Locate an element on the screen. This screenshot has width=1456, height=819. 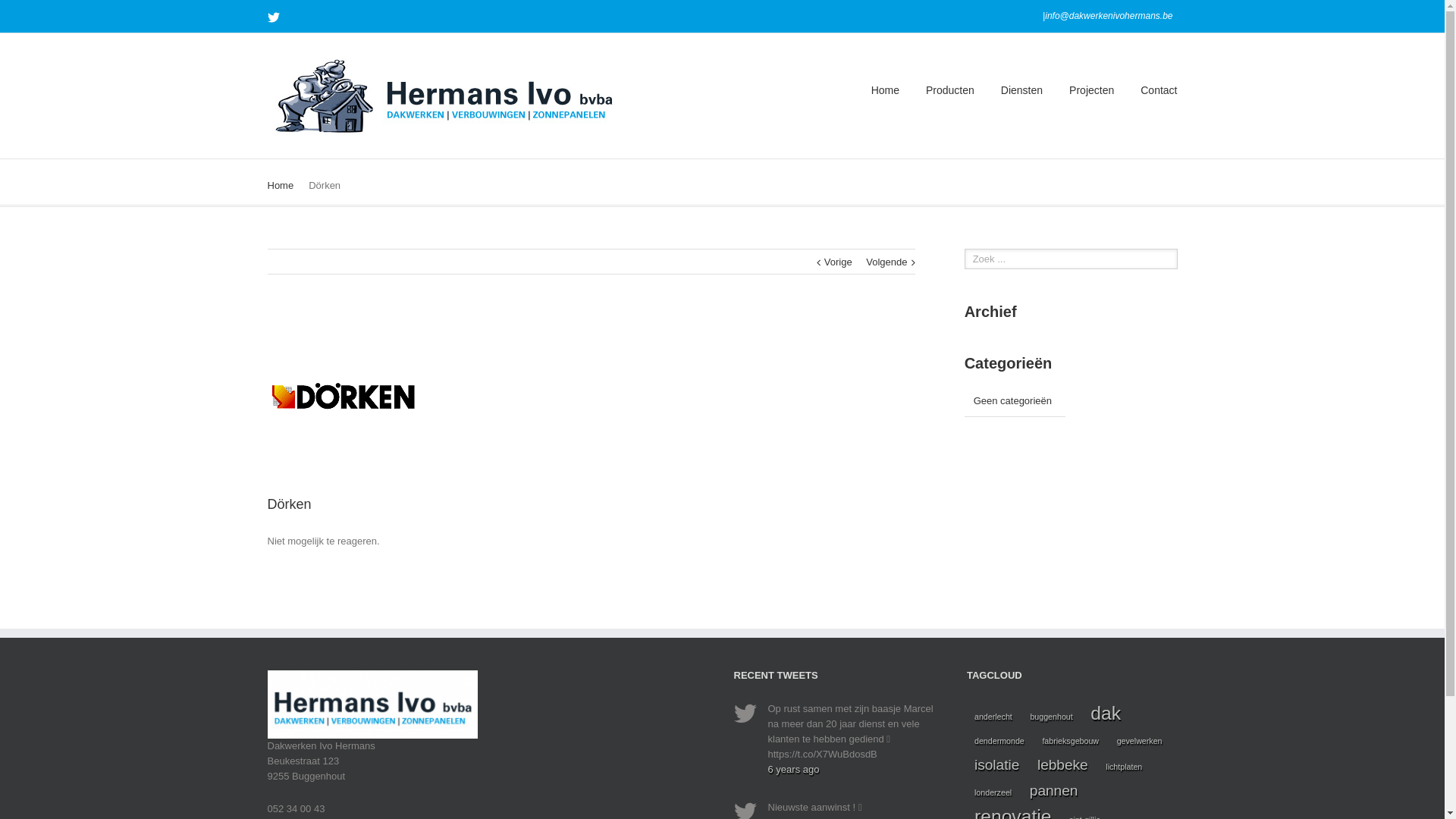
'Vorige' is located at coordinates (823, 262).